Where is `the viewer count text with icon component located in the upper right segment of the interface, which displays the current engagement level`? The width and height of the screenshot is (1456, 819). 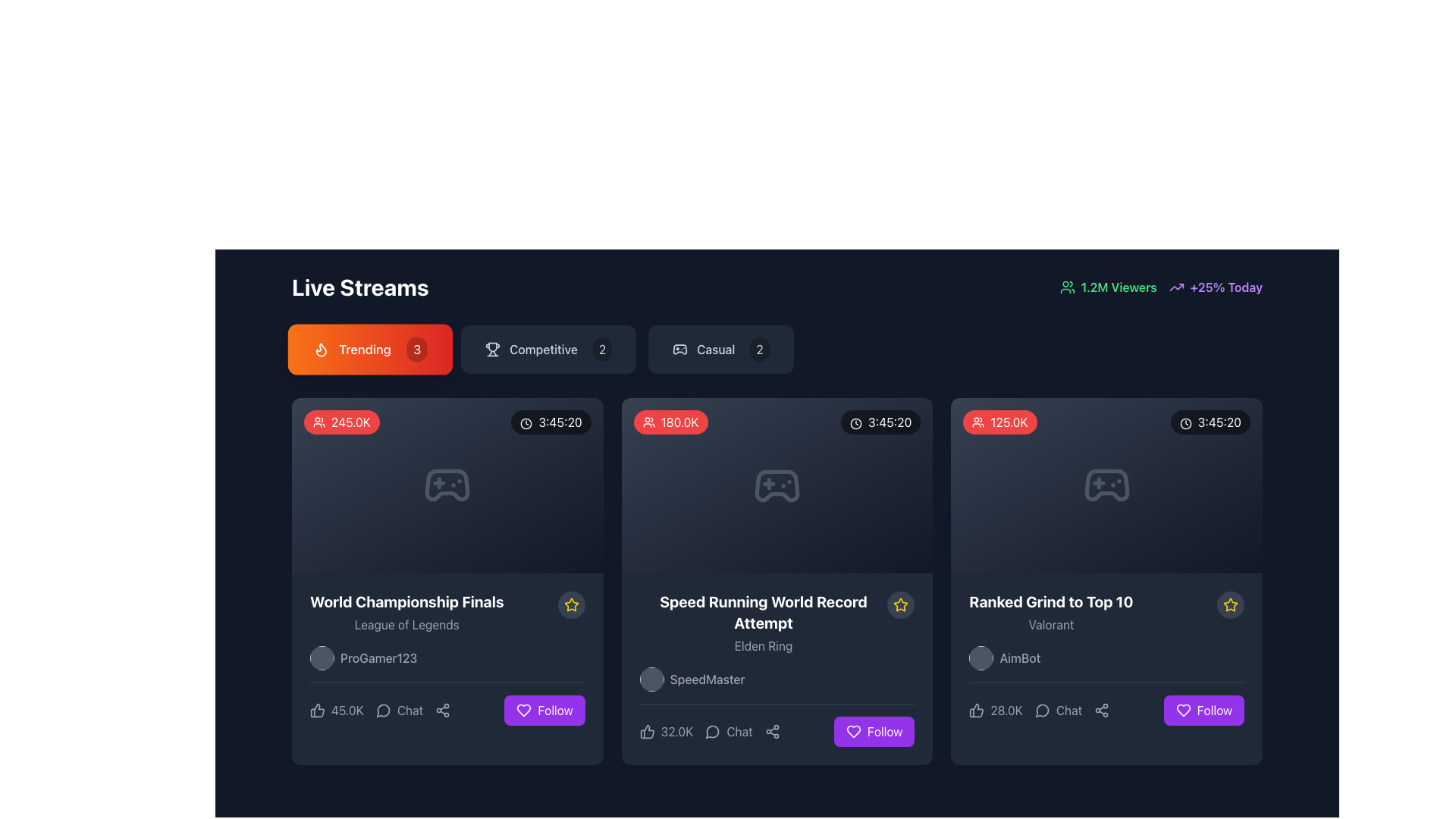
the viewer count text with icon component located in the upper right segment of the interface, which displays the current engagement level is located at coordinates (1108, 287).